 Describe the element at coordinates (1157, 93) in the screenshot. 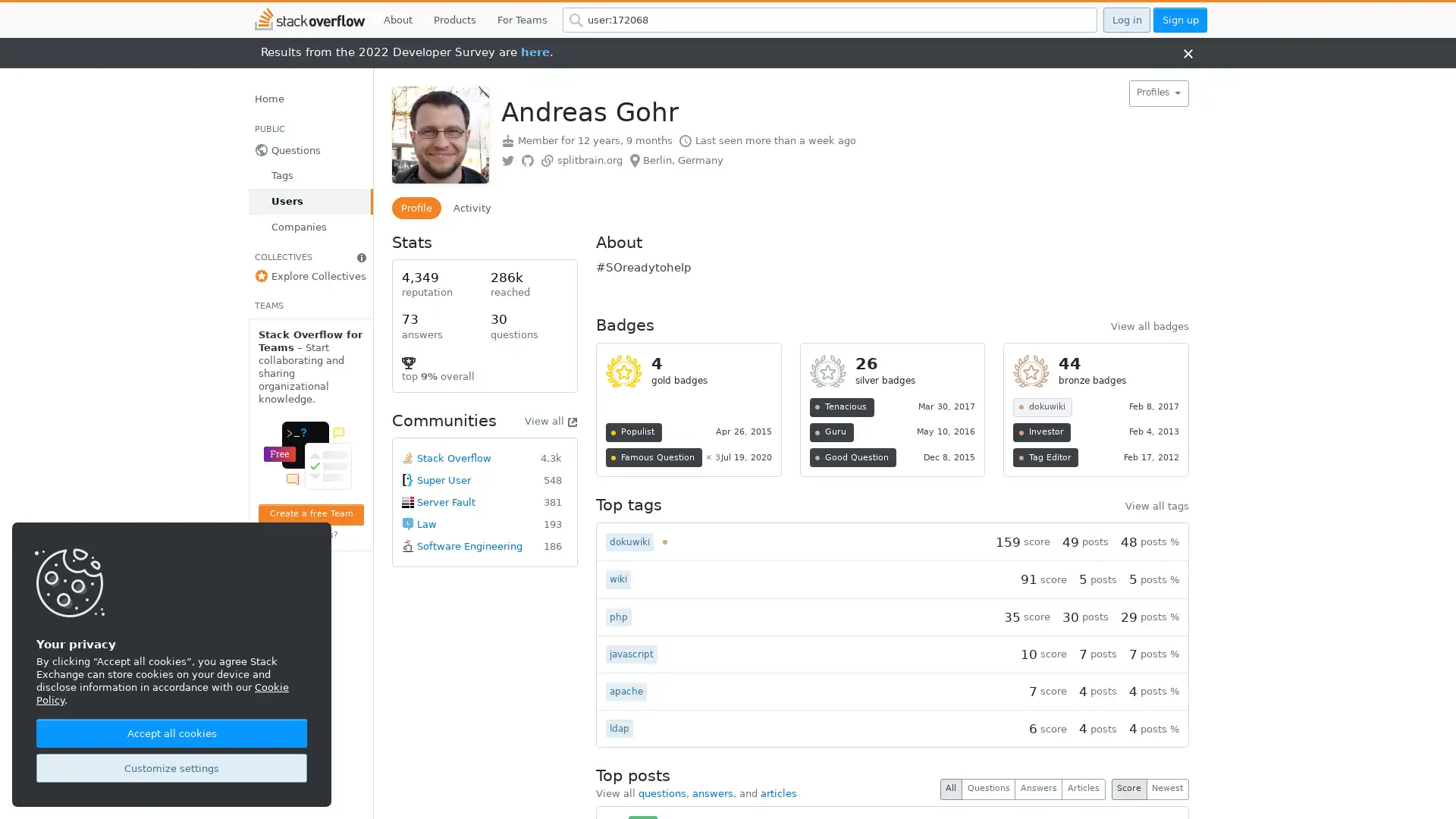

I see `Profiles` at that location.